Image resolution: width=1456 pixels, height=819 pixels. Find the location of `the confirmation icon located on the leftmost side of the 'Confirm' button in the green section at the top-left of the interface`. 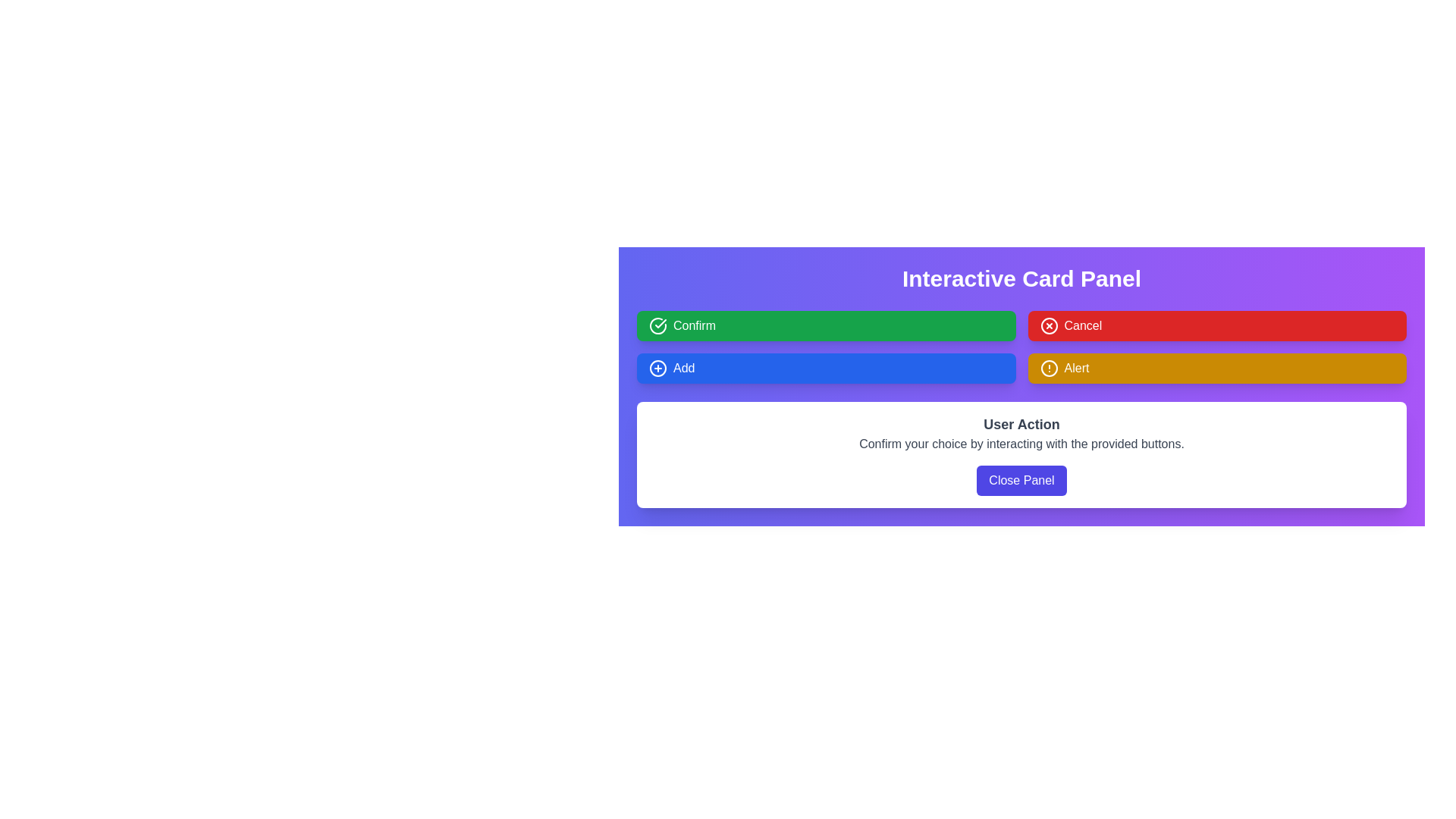

the confirmation icon located on the leftmost side of the 'Confirm' button in the green section at the top-left of the interface is located at coordinates (658, 325).